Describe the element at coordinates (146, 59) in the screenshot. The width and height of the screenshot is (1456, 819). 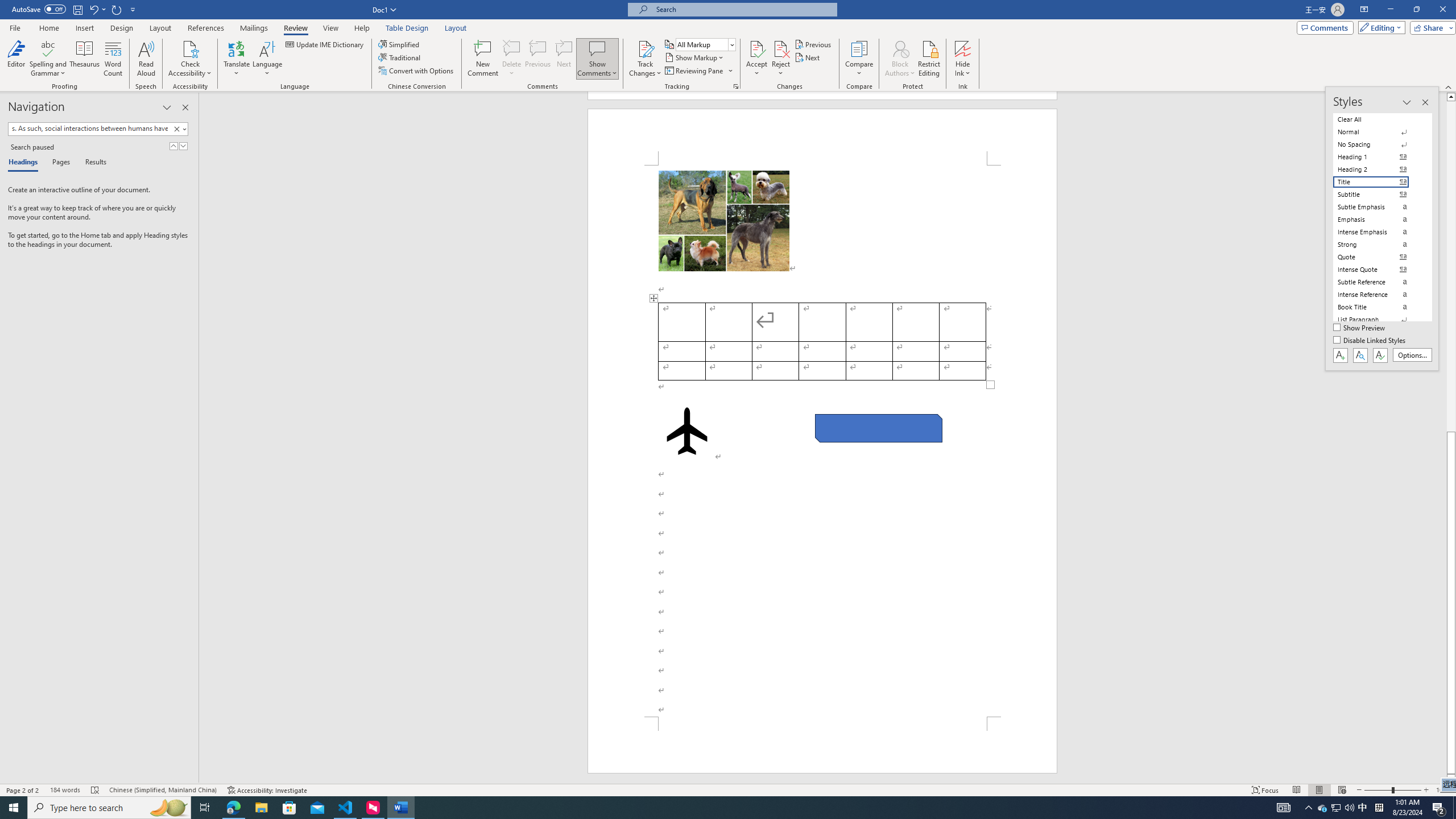
I see `'Read Aloud'` at that location.